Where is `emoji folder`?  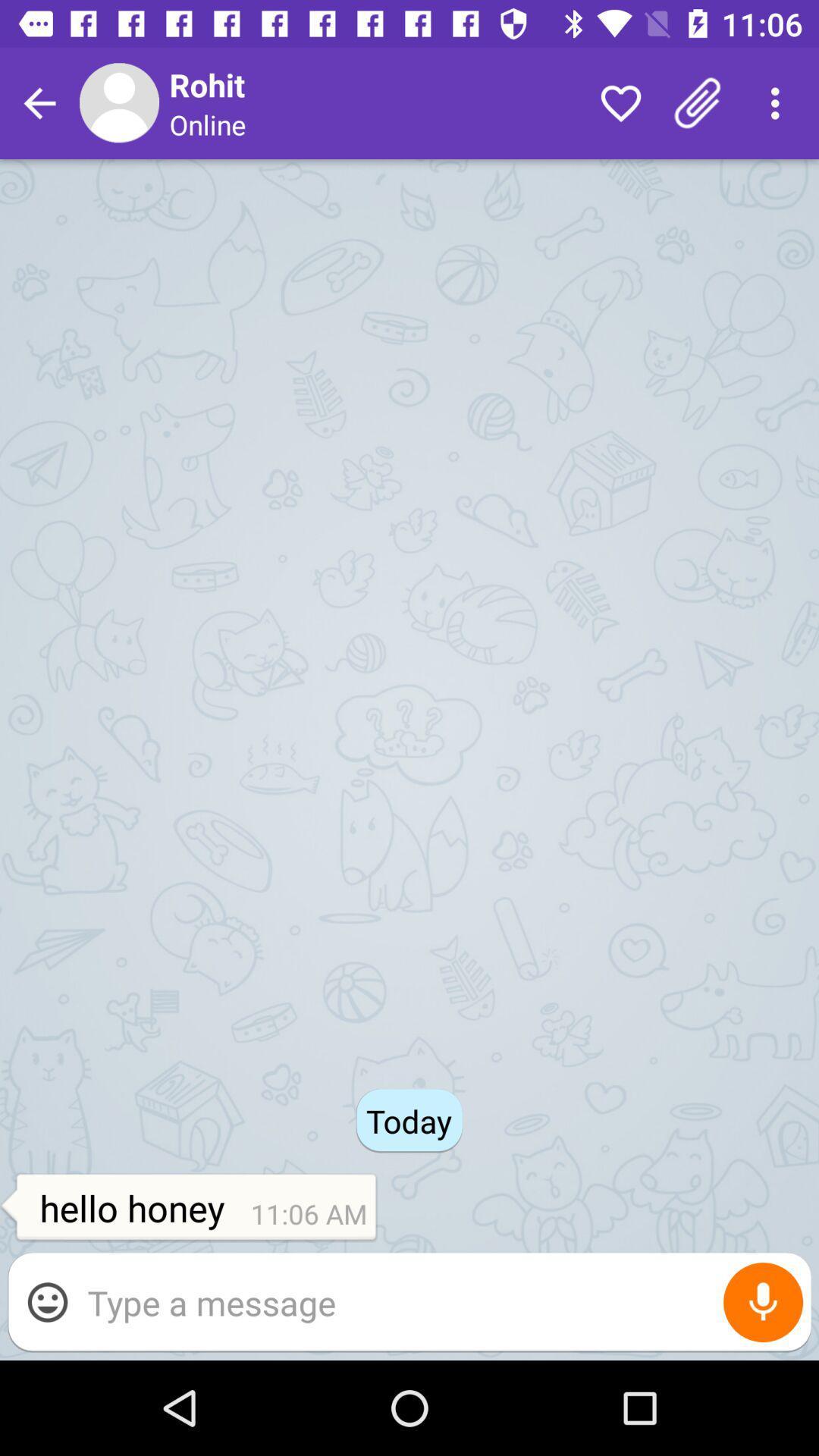
emoji folder is located at coordinates (46, 1301).